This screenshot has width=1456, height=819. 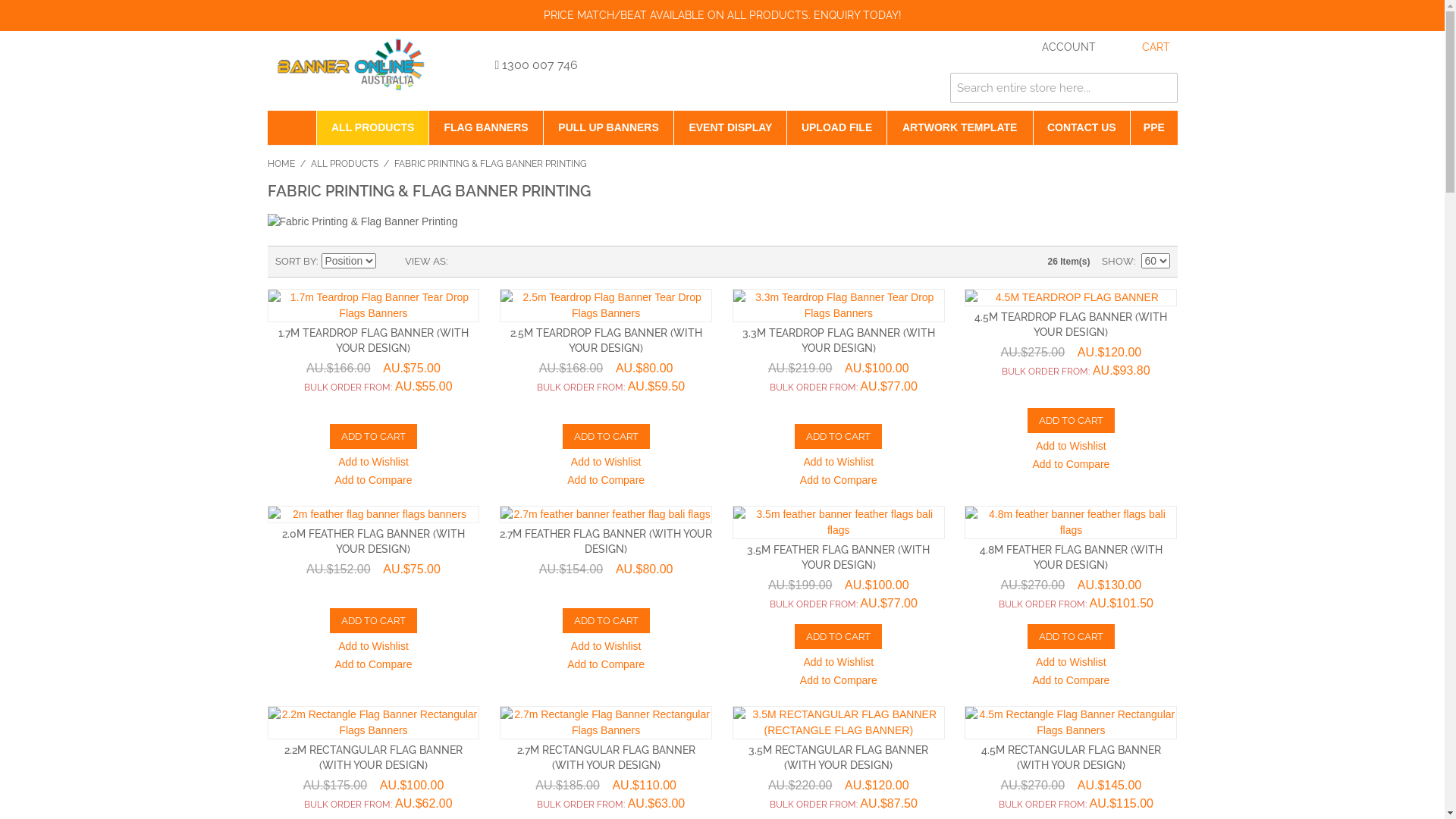 What do you see at coordinates (266, 721) in the screenshot?
I see `'2.2m Rectangle Flag Banner Rectangular Flags Banners'` at bounding box center [266, 721].